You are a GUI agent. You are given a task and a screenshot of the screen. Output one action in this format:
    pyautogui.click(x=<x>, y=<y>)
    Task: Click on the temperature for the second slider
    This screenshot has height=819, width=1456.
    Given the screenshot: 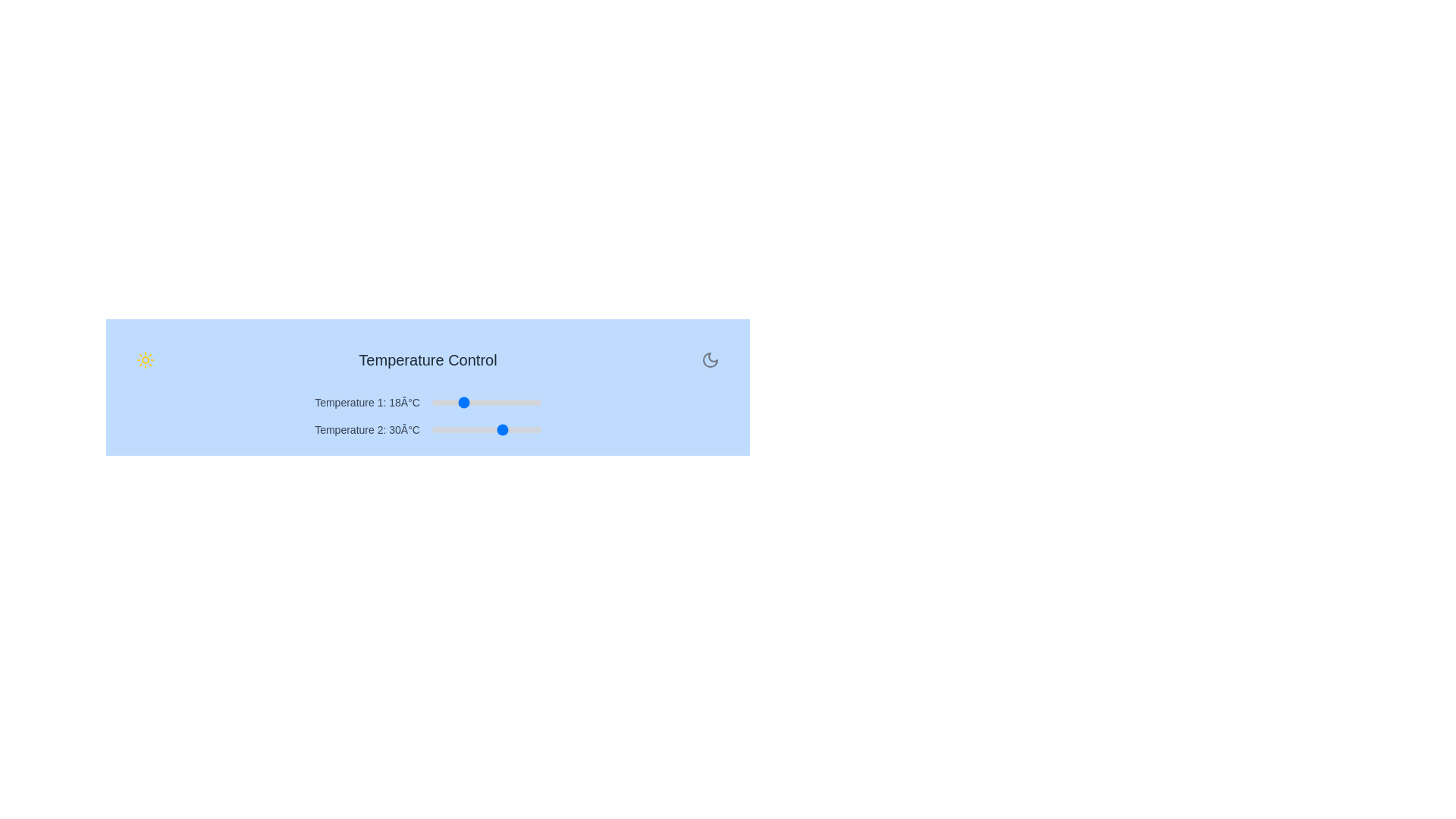 What is the action you would take?
    pyautogui.click(x=475, y=430)
    